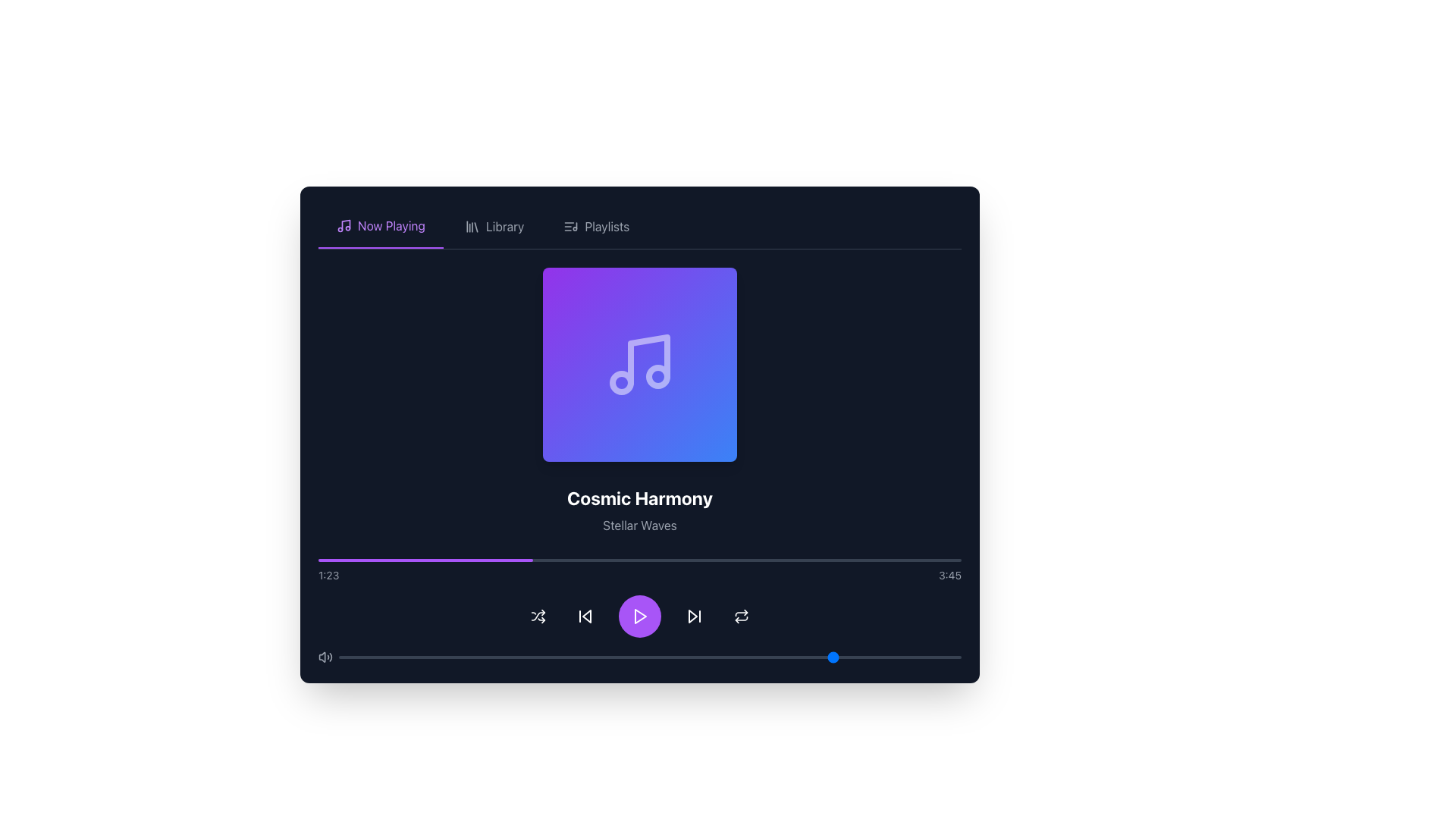 This screenshot has height=819, width=1456. Describe the element at coordinates (391, 225) in the screenshot. I see `the 'Now Playing' navigation item in the top-left horizontal navigation bar` at that location.